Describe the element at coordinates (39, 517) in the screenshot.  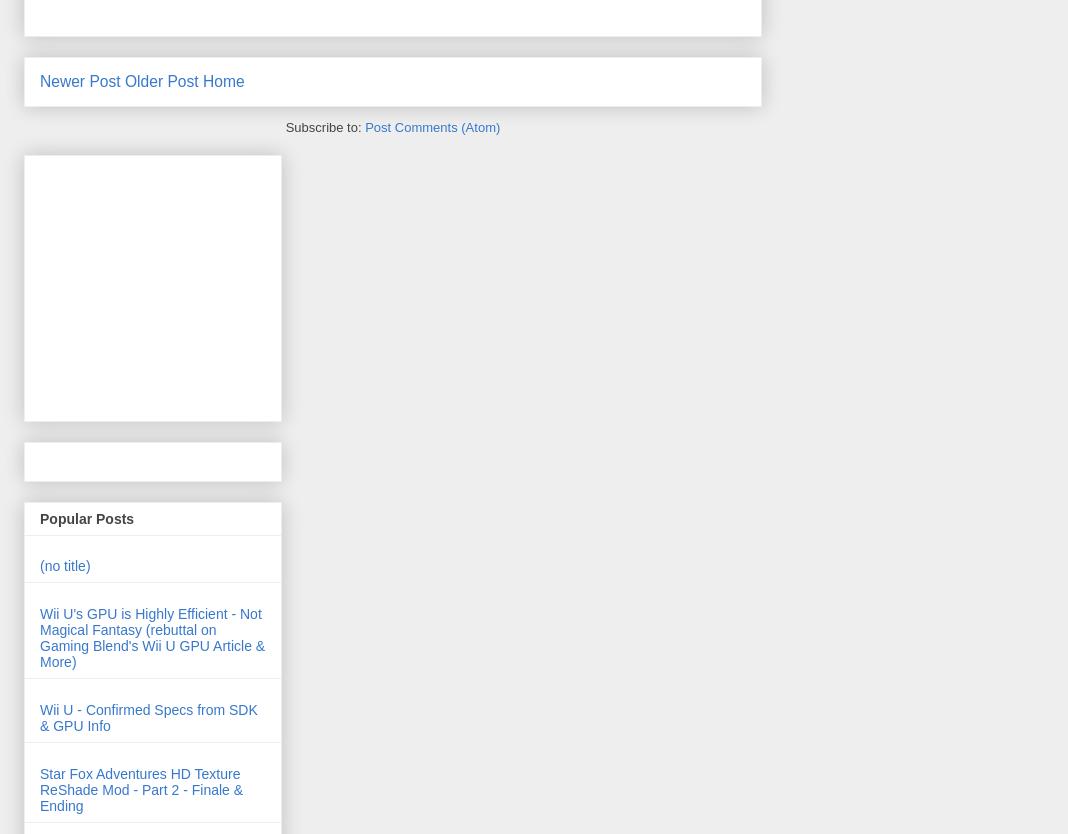
I see `'Popular Posts'` at that location.